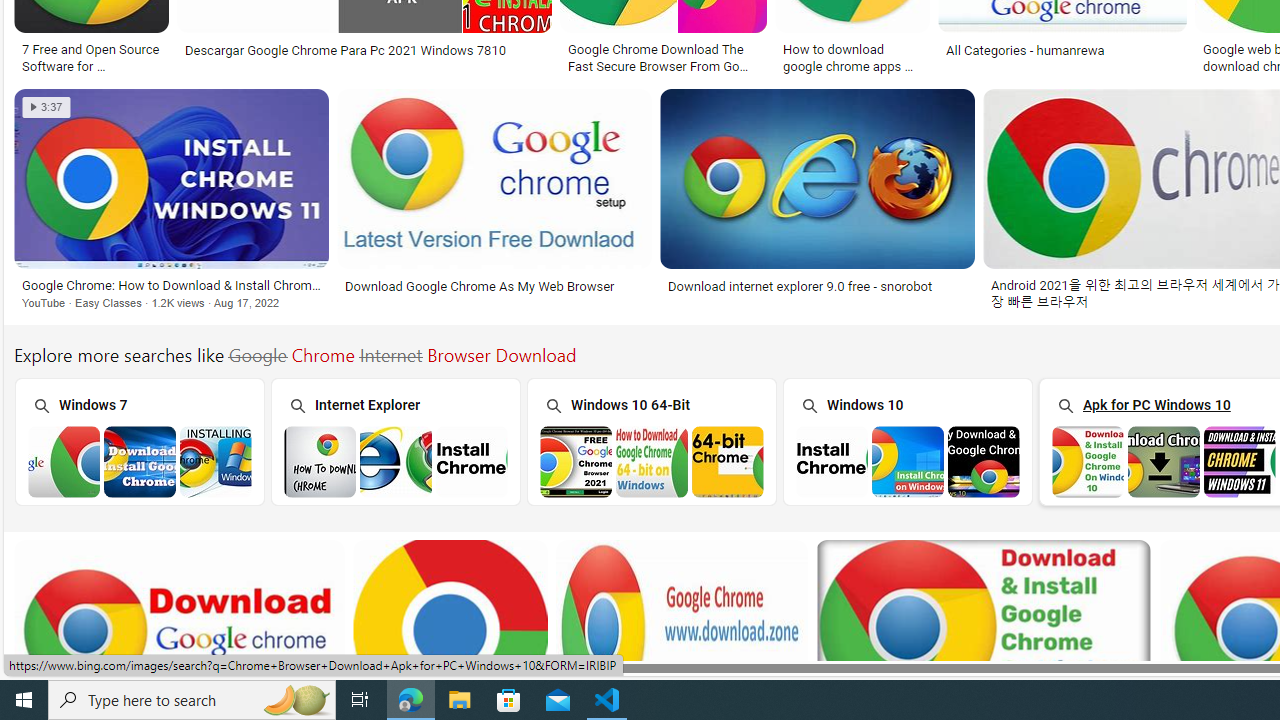 The width and height of the screenshot is (1280, 720). Describe the element at coordinates (494, 286) in the screenshot. I see `'Download Google Chrome As My Web Browser'` at that location.